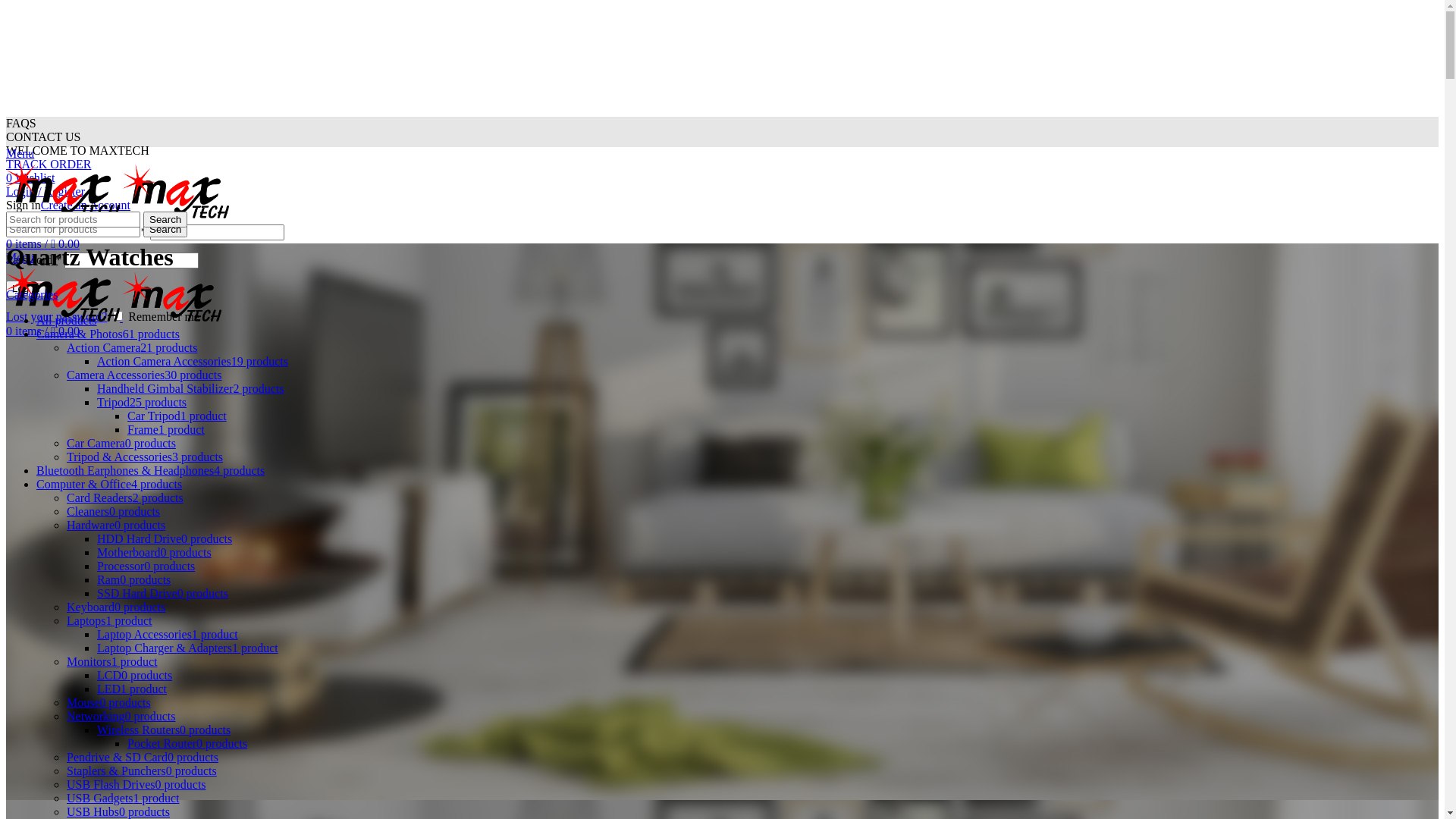 The width and height of the screenshot is (1456, 819). I want to click on 'Action Camera21 products', so click(65, 347).